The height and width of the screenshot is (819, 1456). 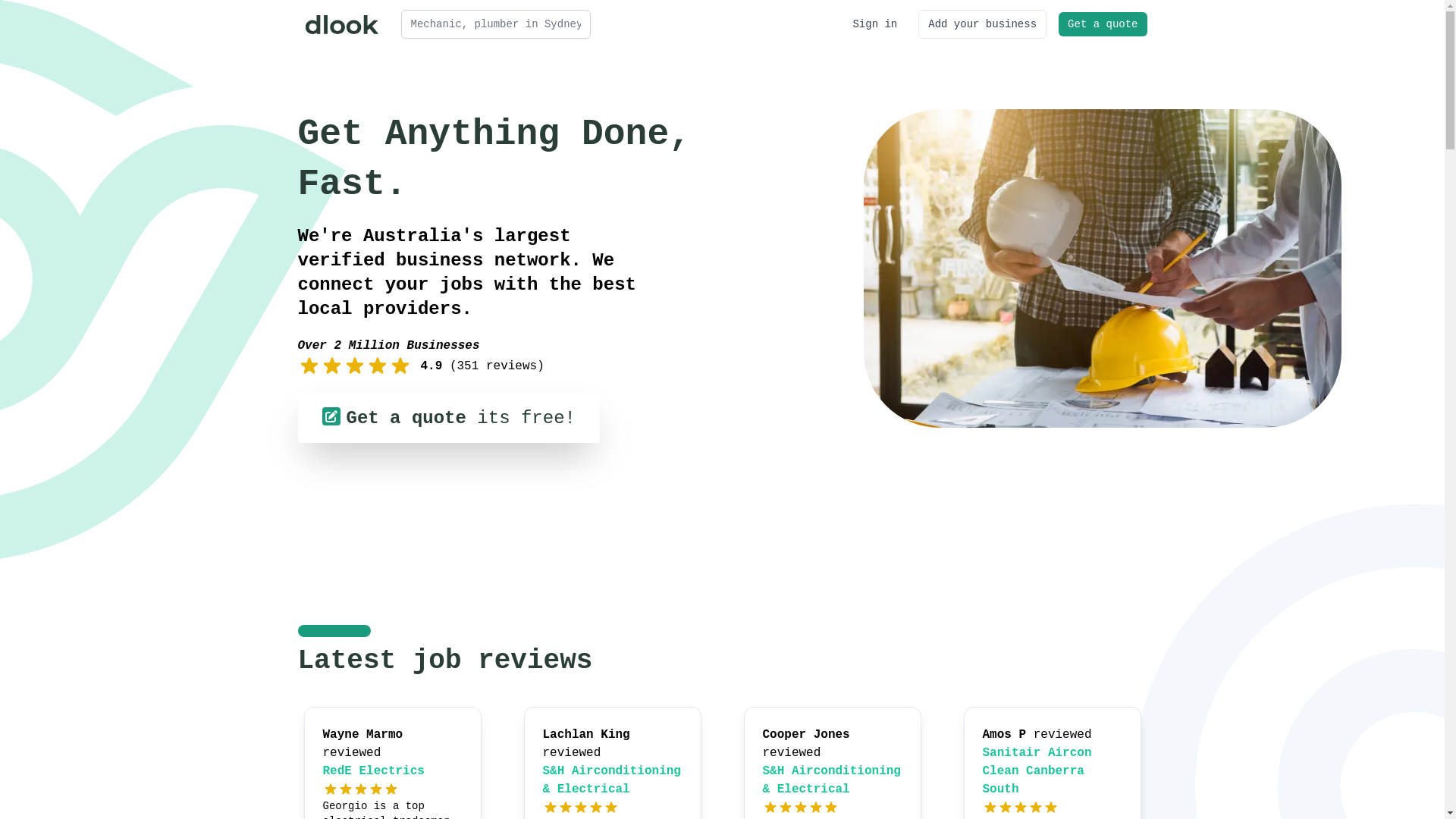 I want to click on 'Sanitair Aircon Clean Canberra South', so click(x=983, y=771).